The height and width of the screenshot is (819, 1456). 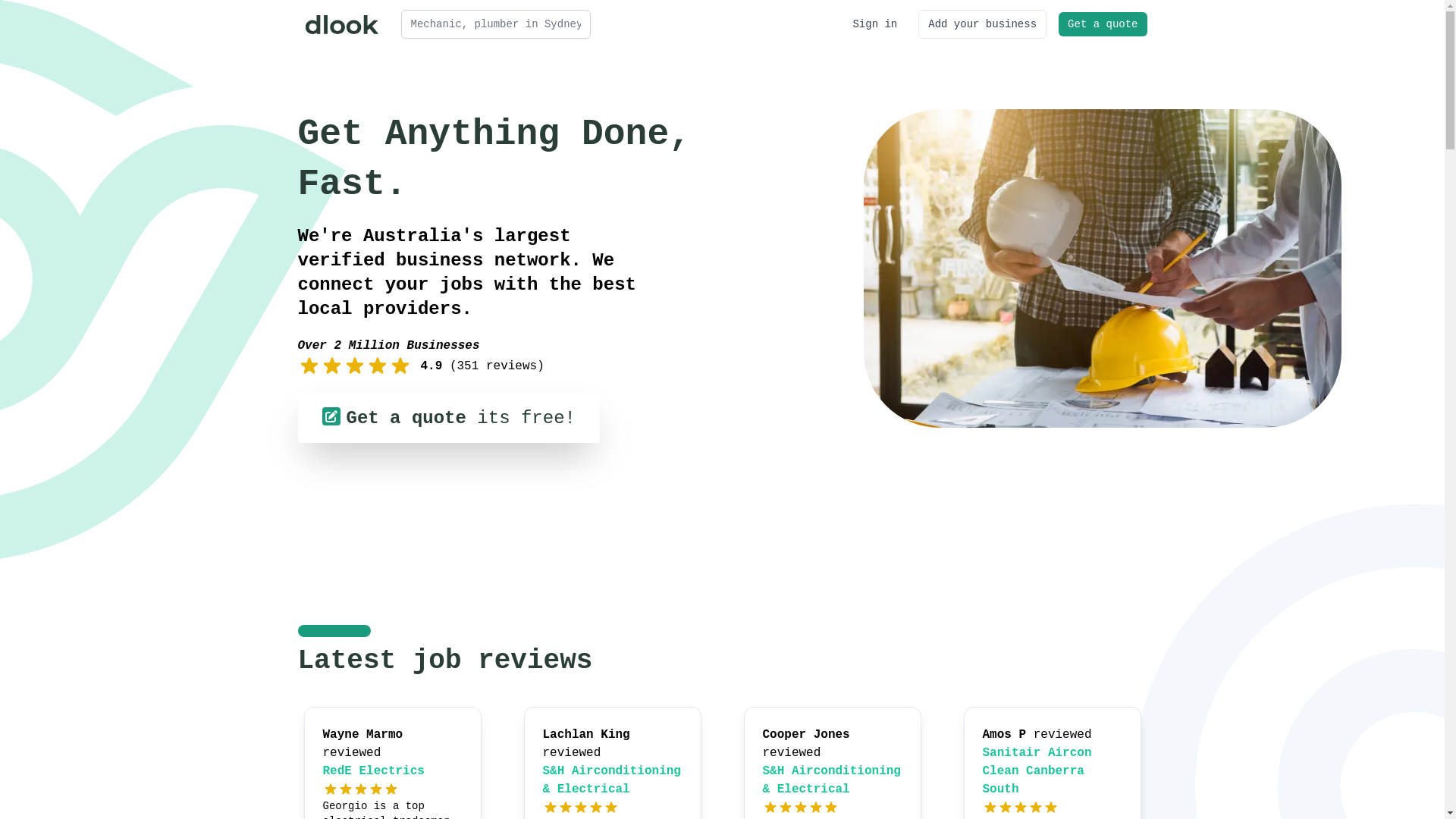 I want to click on 'Sanitair Aircon Clean Canberra South', so click(x=983, y=771).